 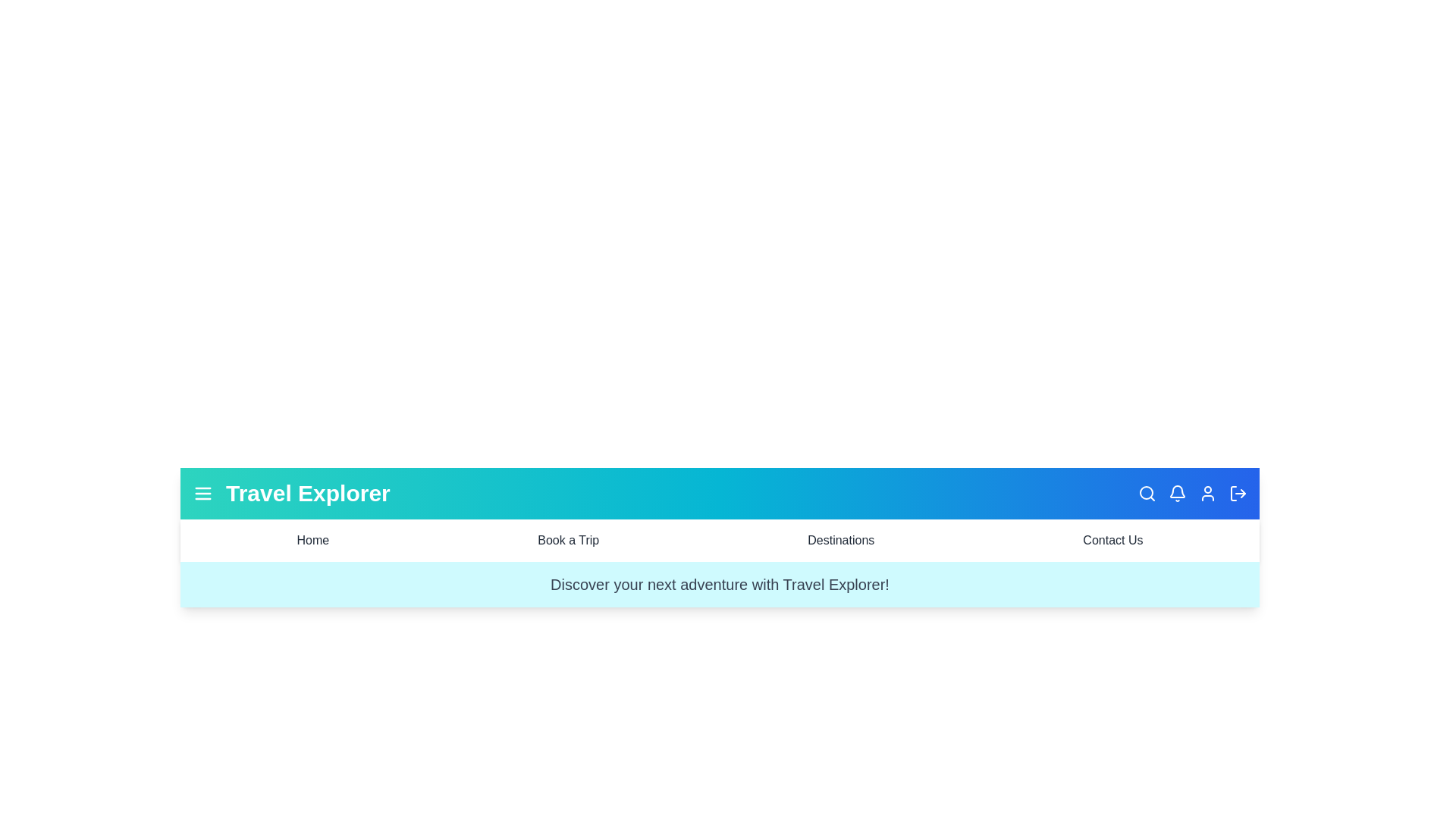 What do you see at coordinates (1238, 494) in the screenshot?
I see `the logout icon to initiate the logout process` at bounding box center [1238, 494].